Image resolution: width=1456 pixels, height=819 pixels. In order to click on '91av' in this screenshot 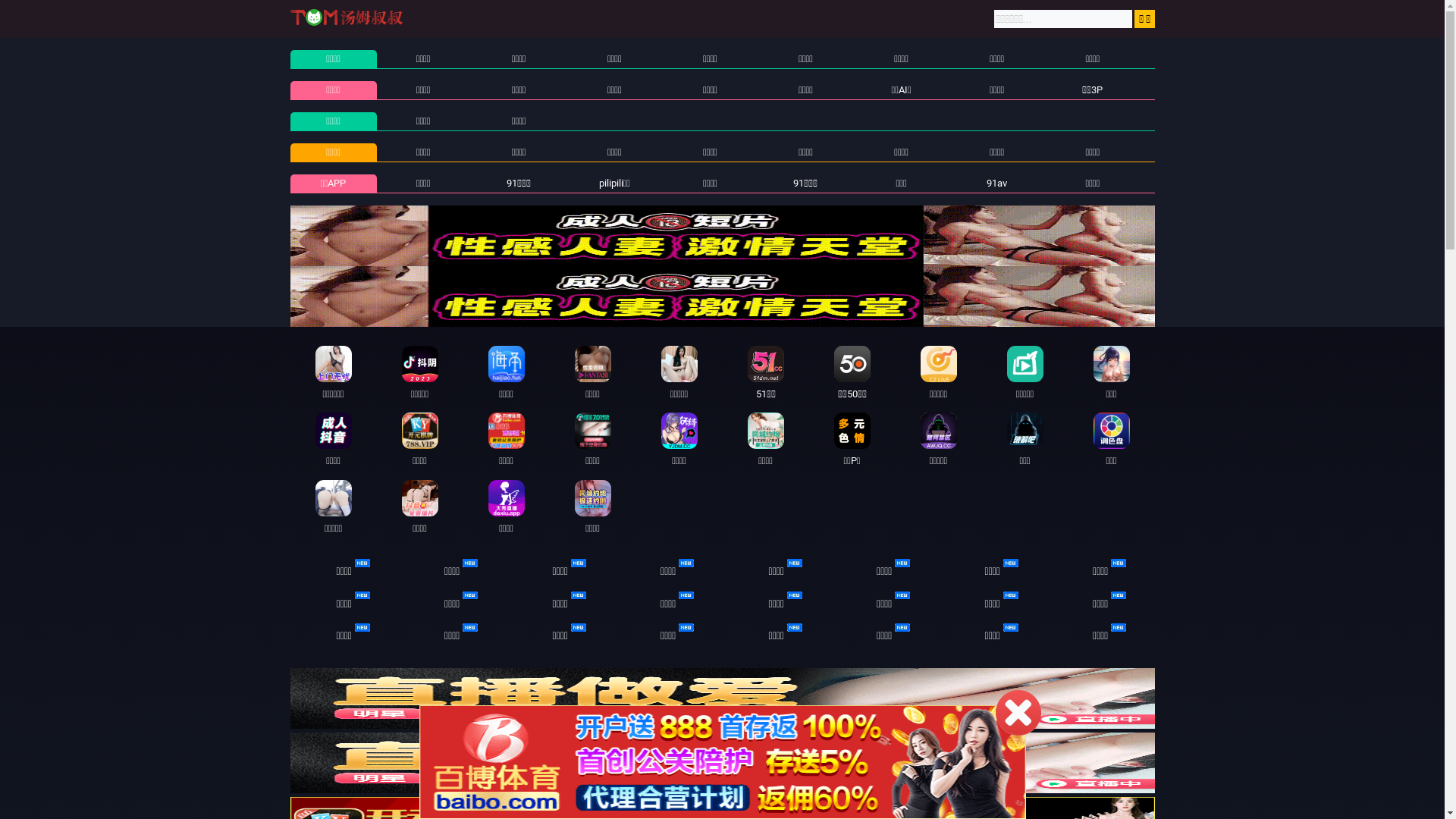, I will do `click(986, 182)`.